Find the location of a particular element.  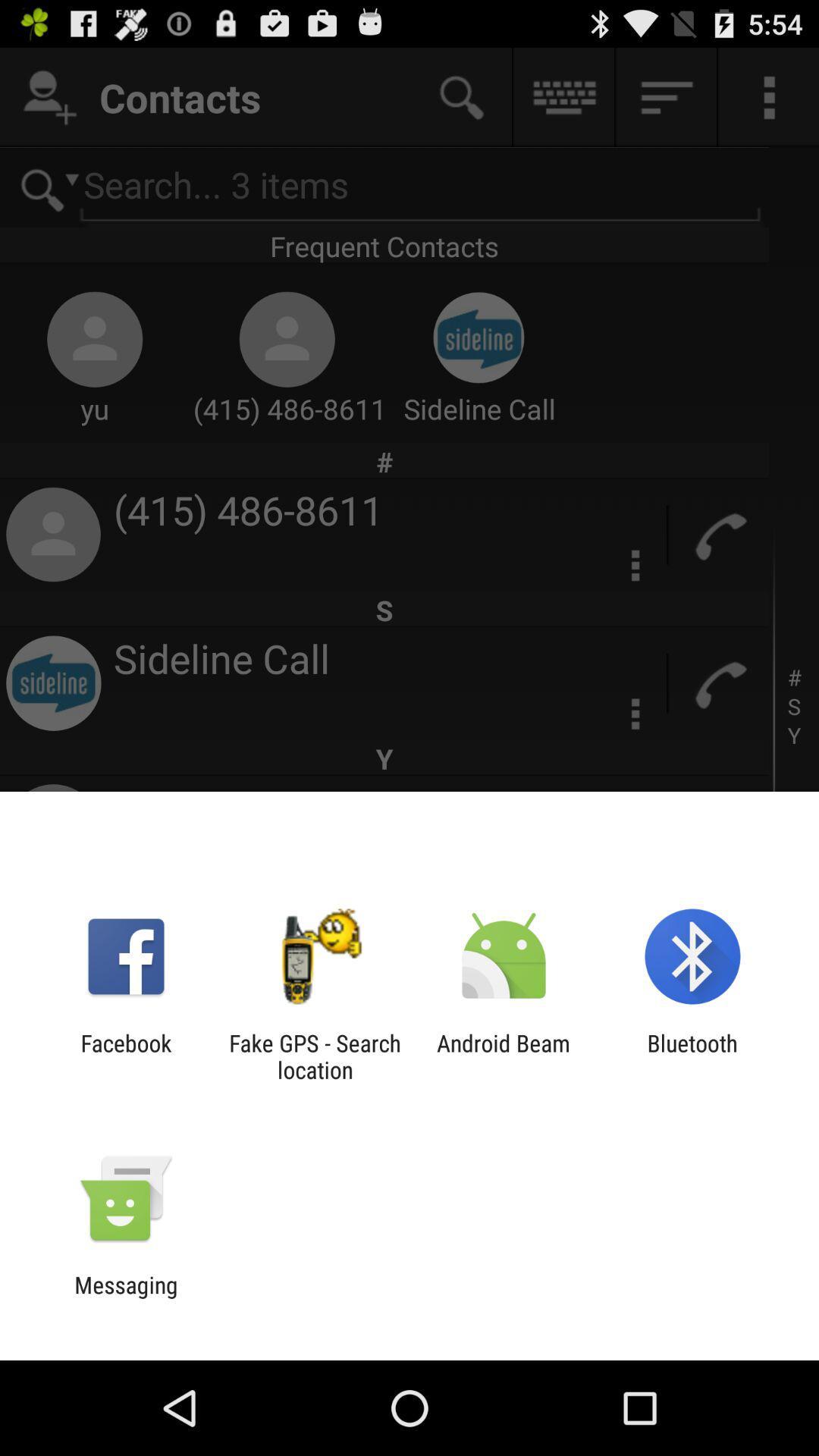

the icon next to fake gps search icon is located at coordinates (504, 1056).